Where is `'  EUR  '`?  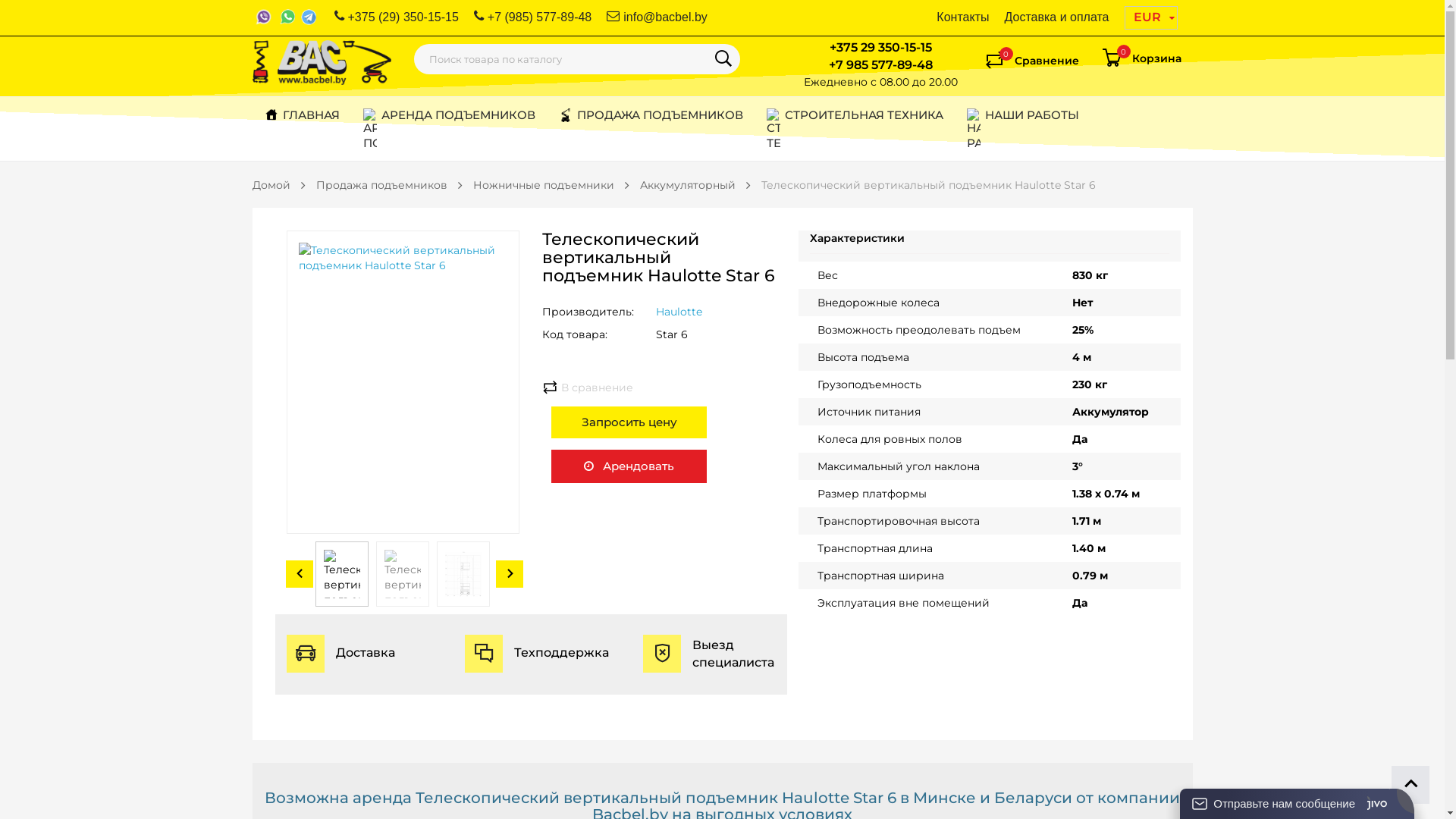 '  EUR  ' is located at coordinates (1150, 17).